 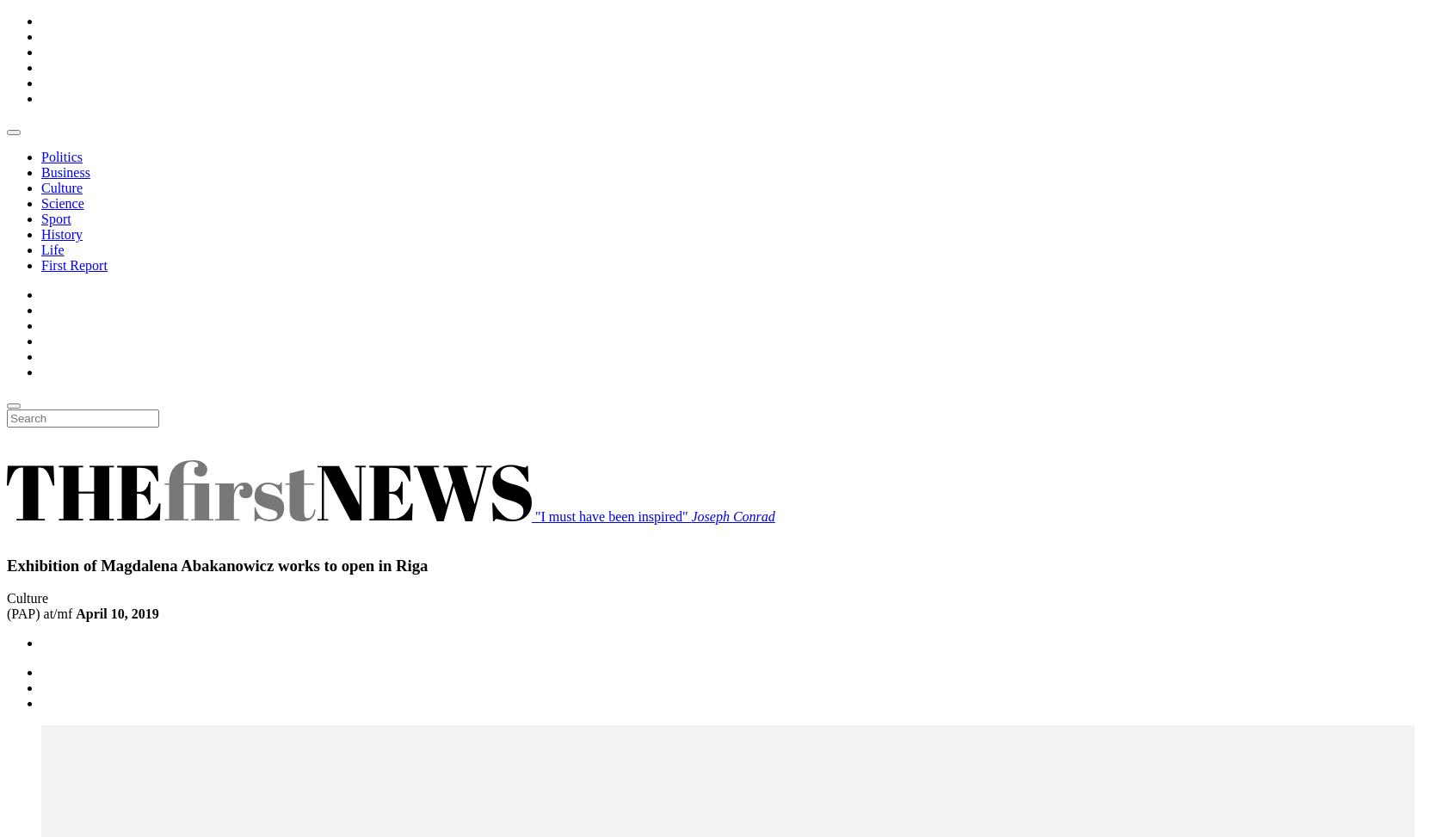 What do you see at coordinates (217, 563) in the screenshot?
I see `'Exhibition of Magdalena Abakanowicz works to open in Riga'` at bounding box center [217, 563].